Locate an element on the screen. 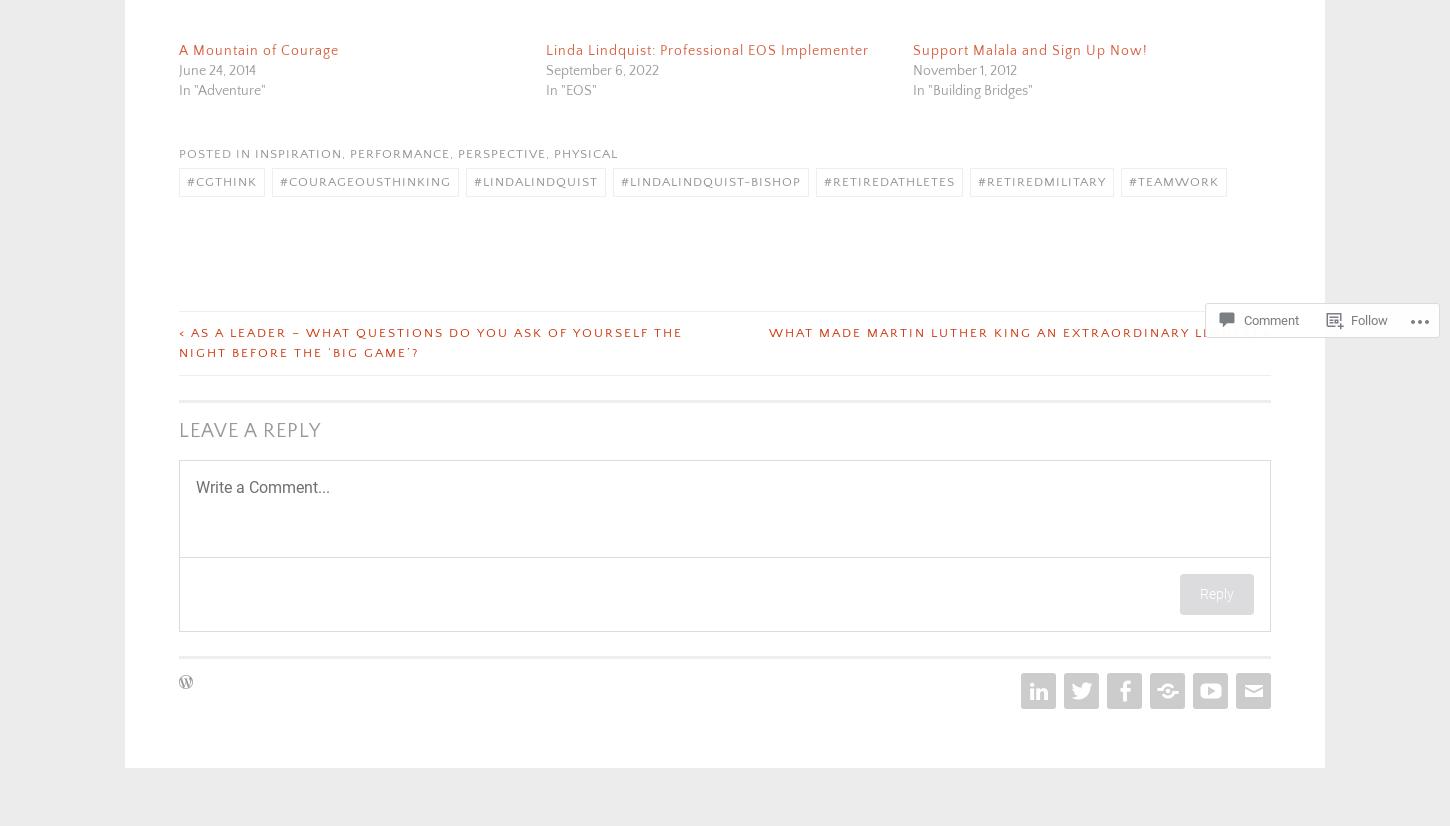 This screenshot has height=826, width=1450. 'Leave a Reply' is located at coordinates (249, 431).